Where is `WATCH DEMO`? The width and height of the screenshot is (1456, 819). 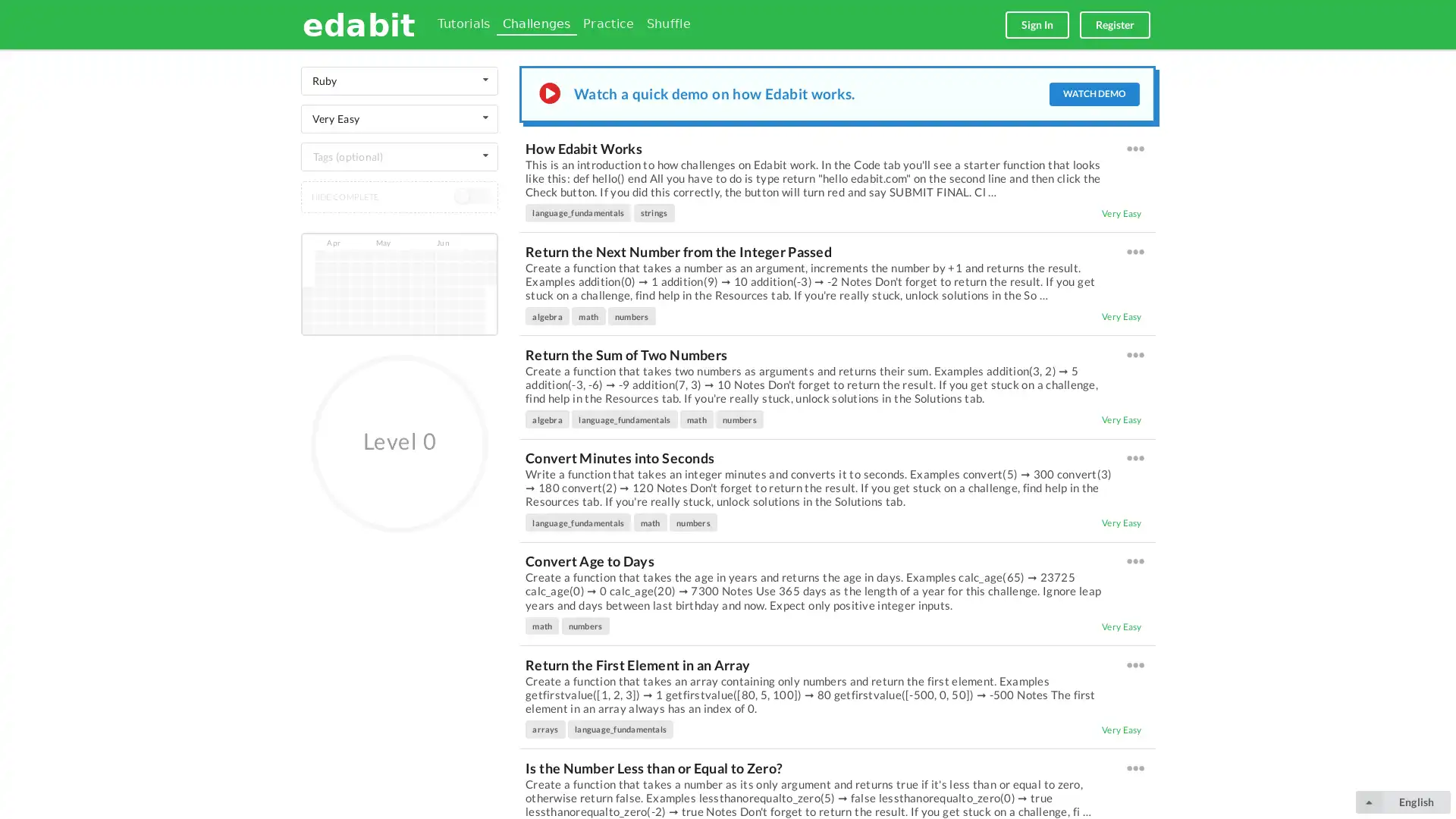 WATCH DEMO is located at coordinates (1094, 93).